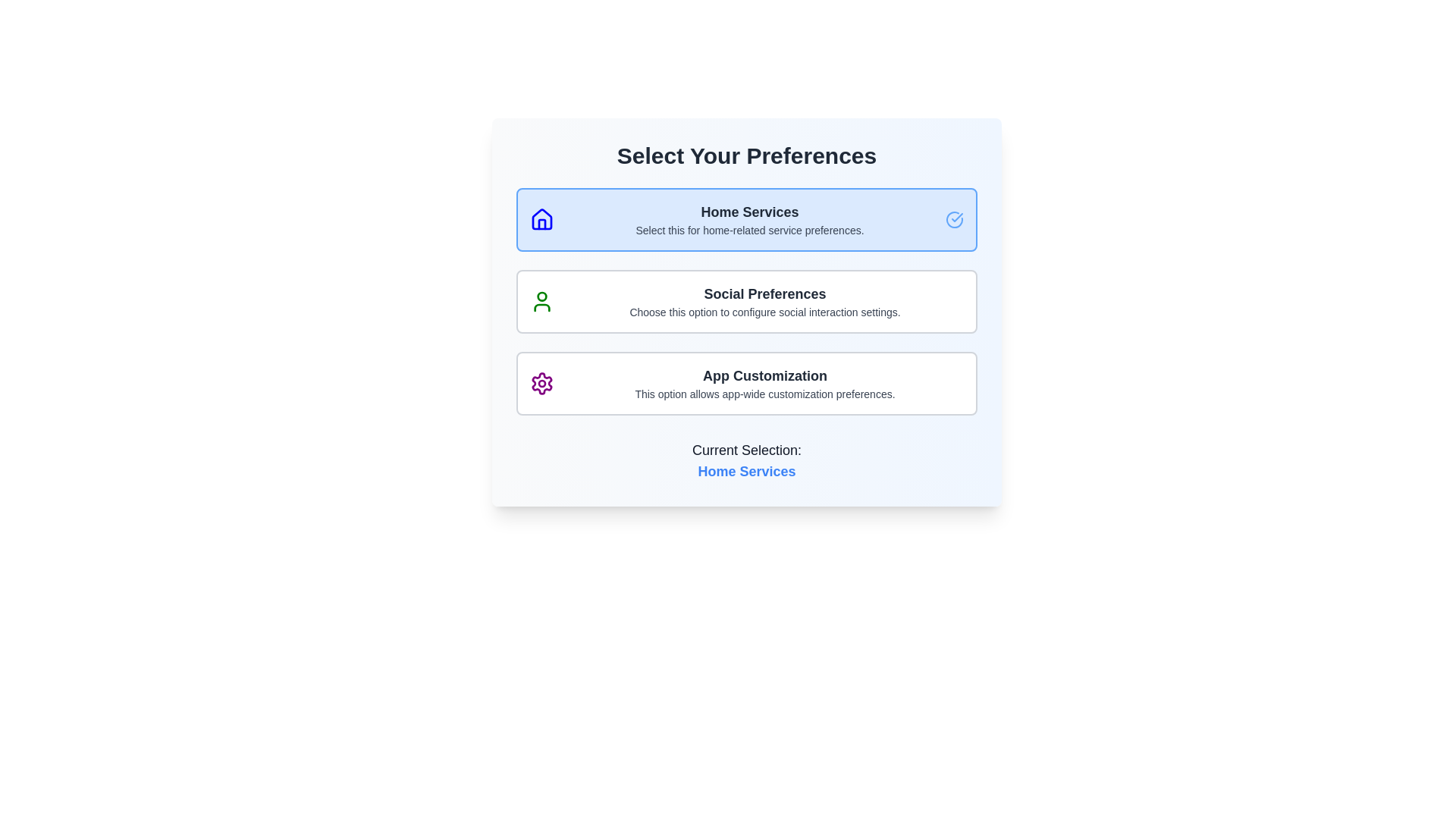  Describe the element at coordinates (542, 301) in the screenshot. I see `the green outlined human figure icon located to the left of the 'Social Preferences' title within the bordered rectangular section of the 'Social Preferences' card` at that location.